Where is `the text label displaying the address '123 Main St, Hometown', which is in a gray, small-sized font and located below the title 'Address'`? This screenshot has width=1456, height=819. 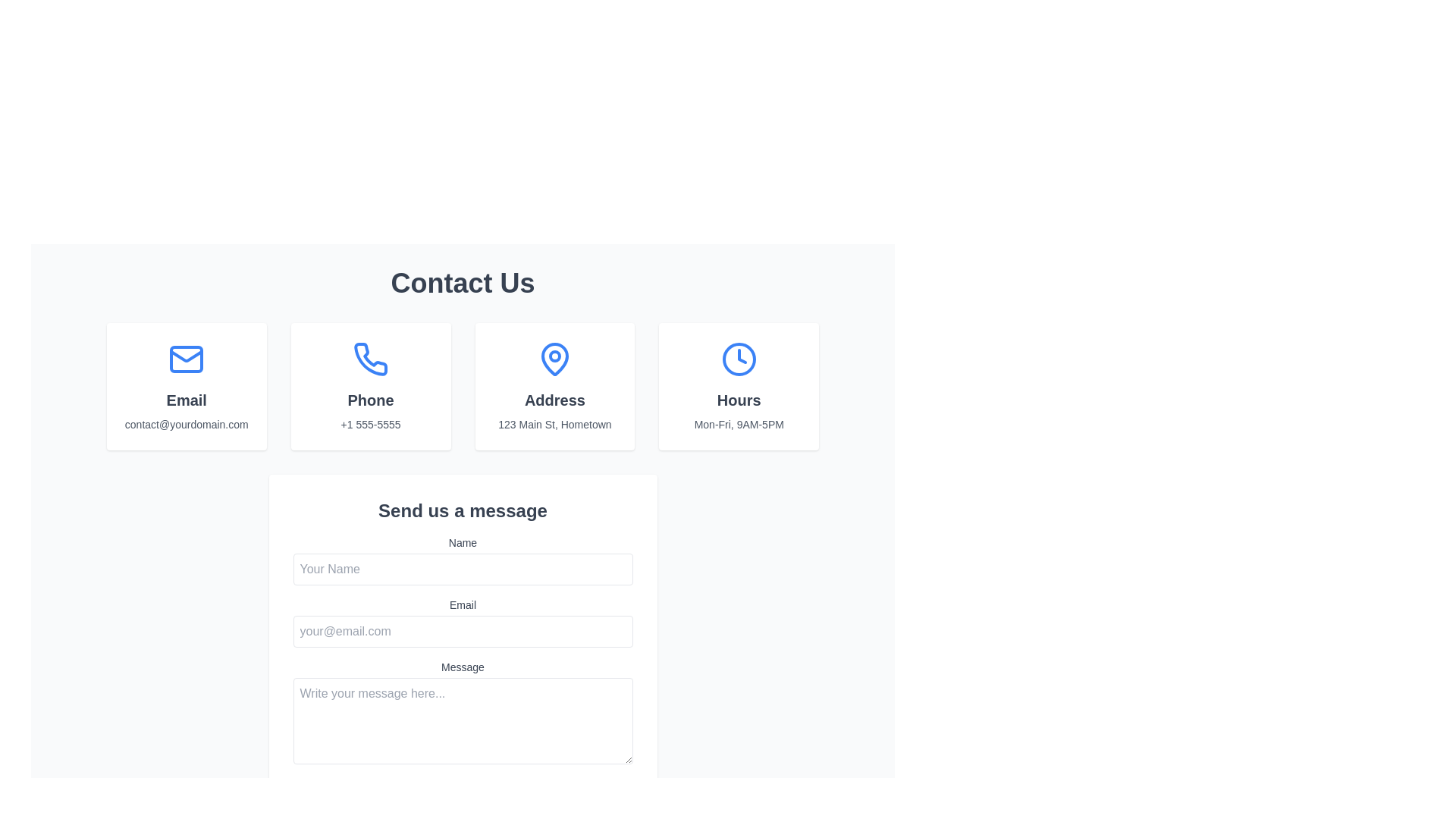
the text label displaying the address '123 Main St, Hometown', which is in a gray, small-sized font and located below the title 'Address' is located at coordinates (554, 424).